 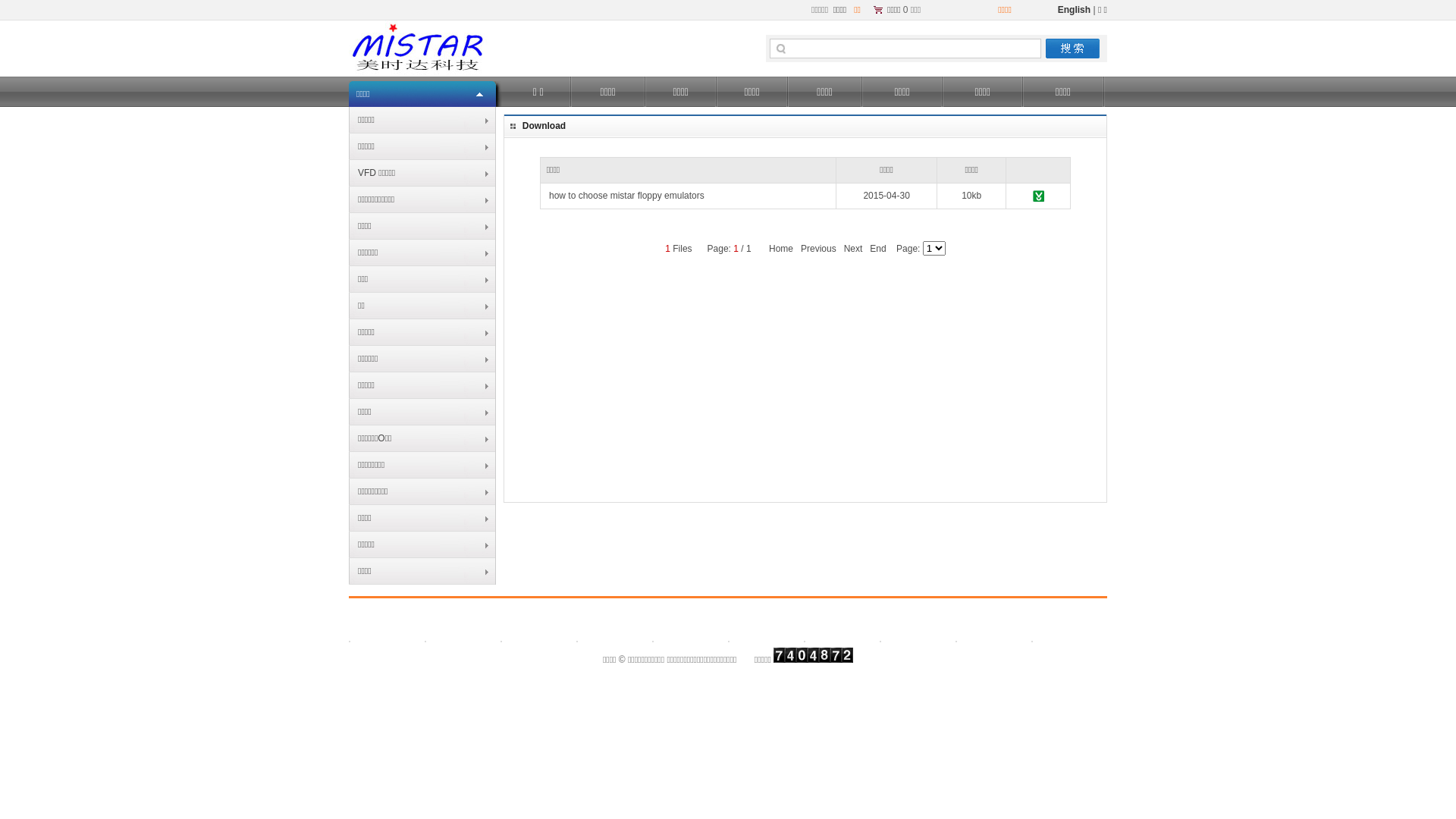 I want to click on 'English', so click(x=1073, y=9).